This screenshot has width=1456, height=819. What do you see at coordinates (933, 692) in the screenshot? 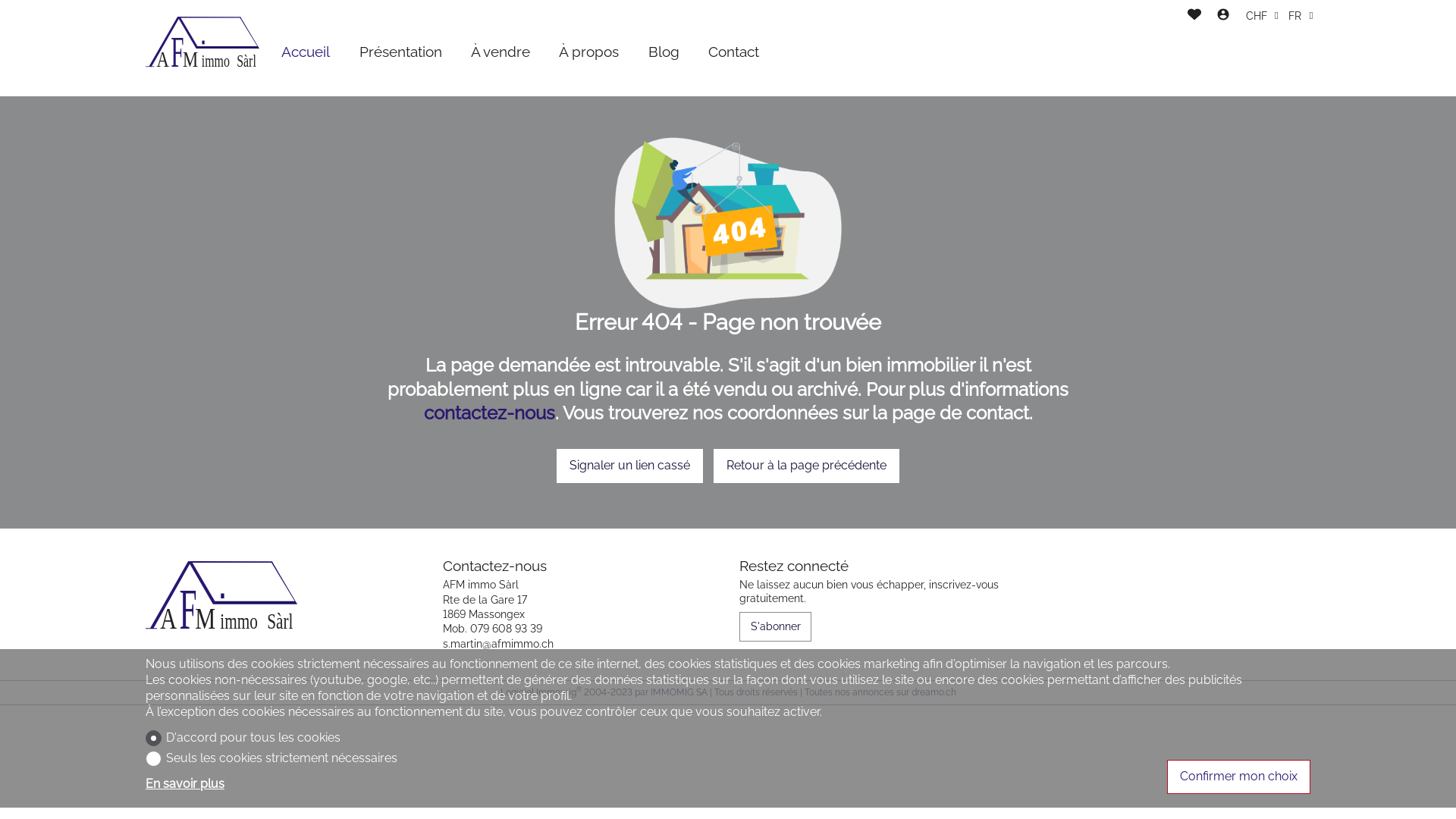
I see `'dreamo.ch'` at bounding box center [933, 692].